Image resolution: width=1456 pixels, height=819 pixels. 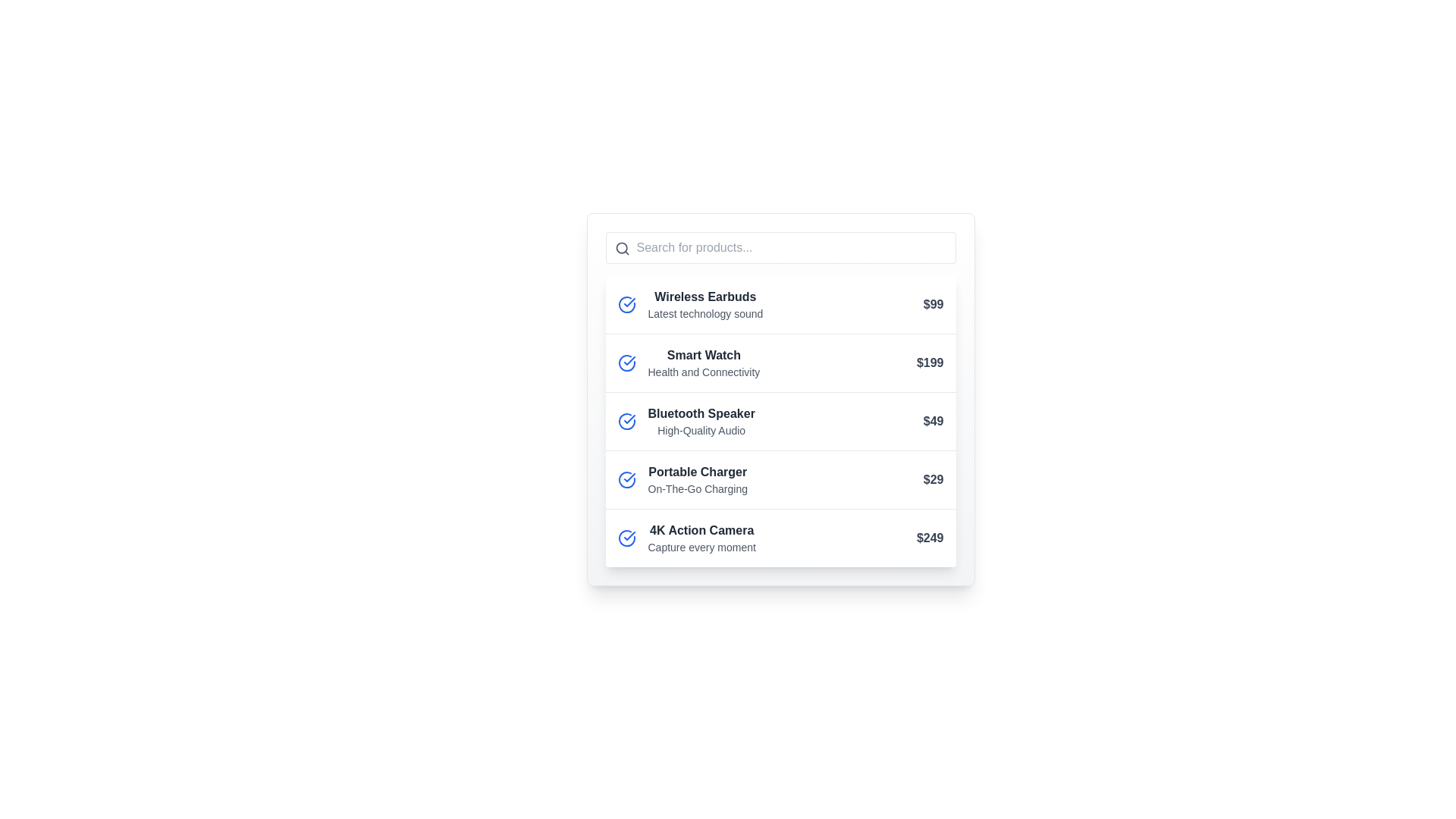 I want to click on the static text label displaying the title 'Bluetooth Speaker', which is styled in bold dark gray and is the main title of the item entry, so click(x=701, y=414).